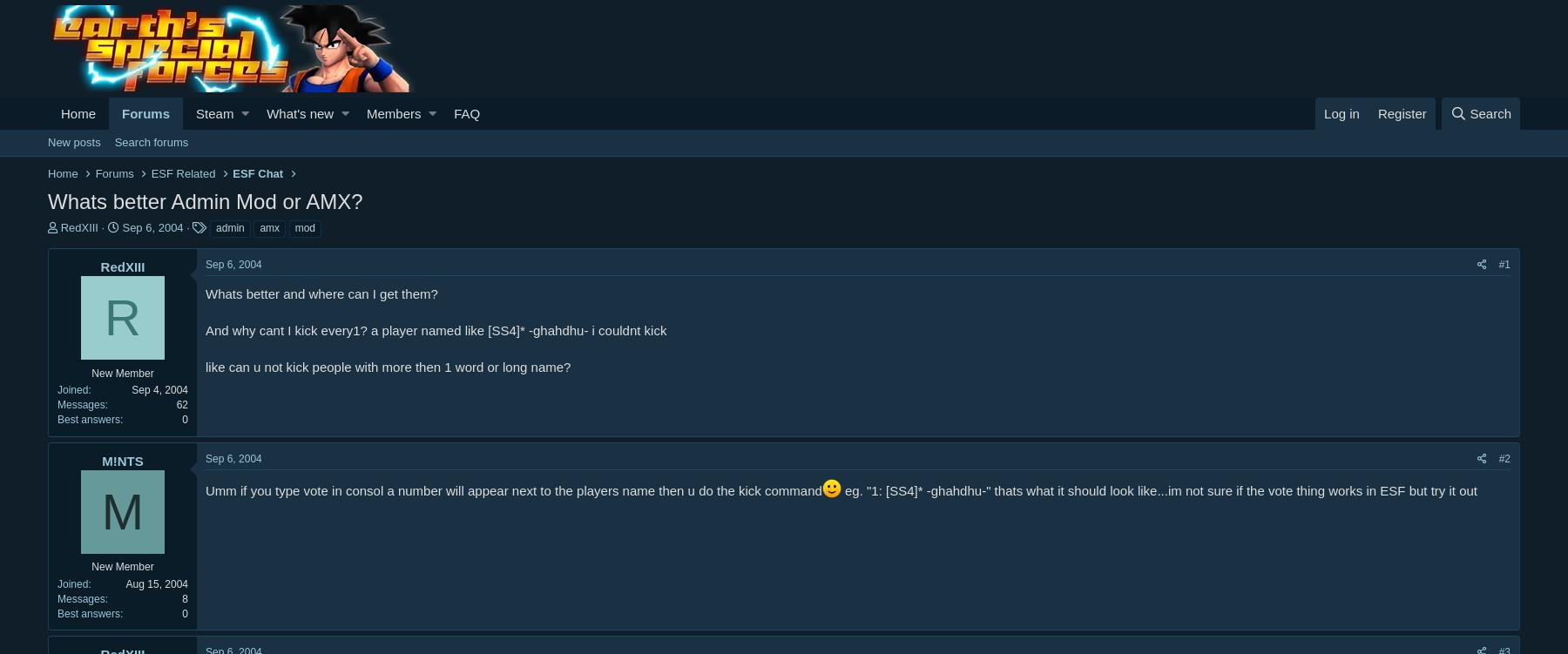 The image size is (1568, 654). Describe the element at coordinates (102, 459) in the screenshot. I see `'M!NTS'` at that location.